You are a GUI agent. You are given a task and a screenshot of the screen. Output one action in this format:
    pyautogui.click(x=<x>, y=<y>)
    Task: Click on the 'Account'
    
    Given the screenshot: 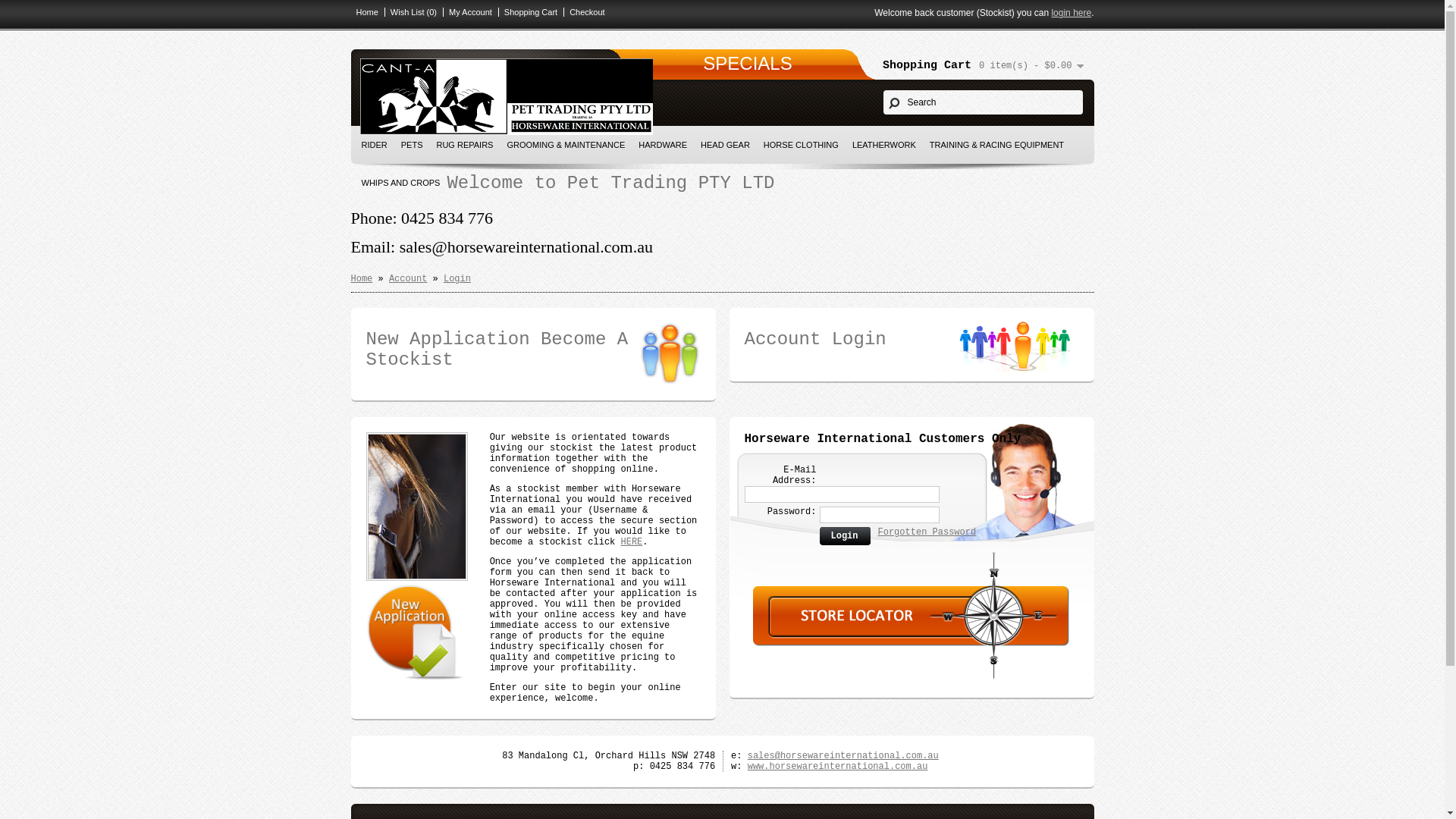 What is the action you would take?
    pyautogui.click(x=407, y=278)
    